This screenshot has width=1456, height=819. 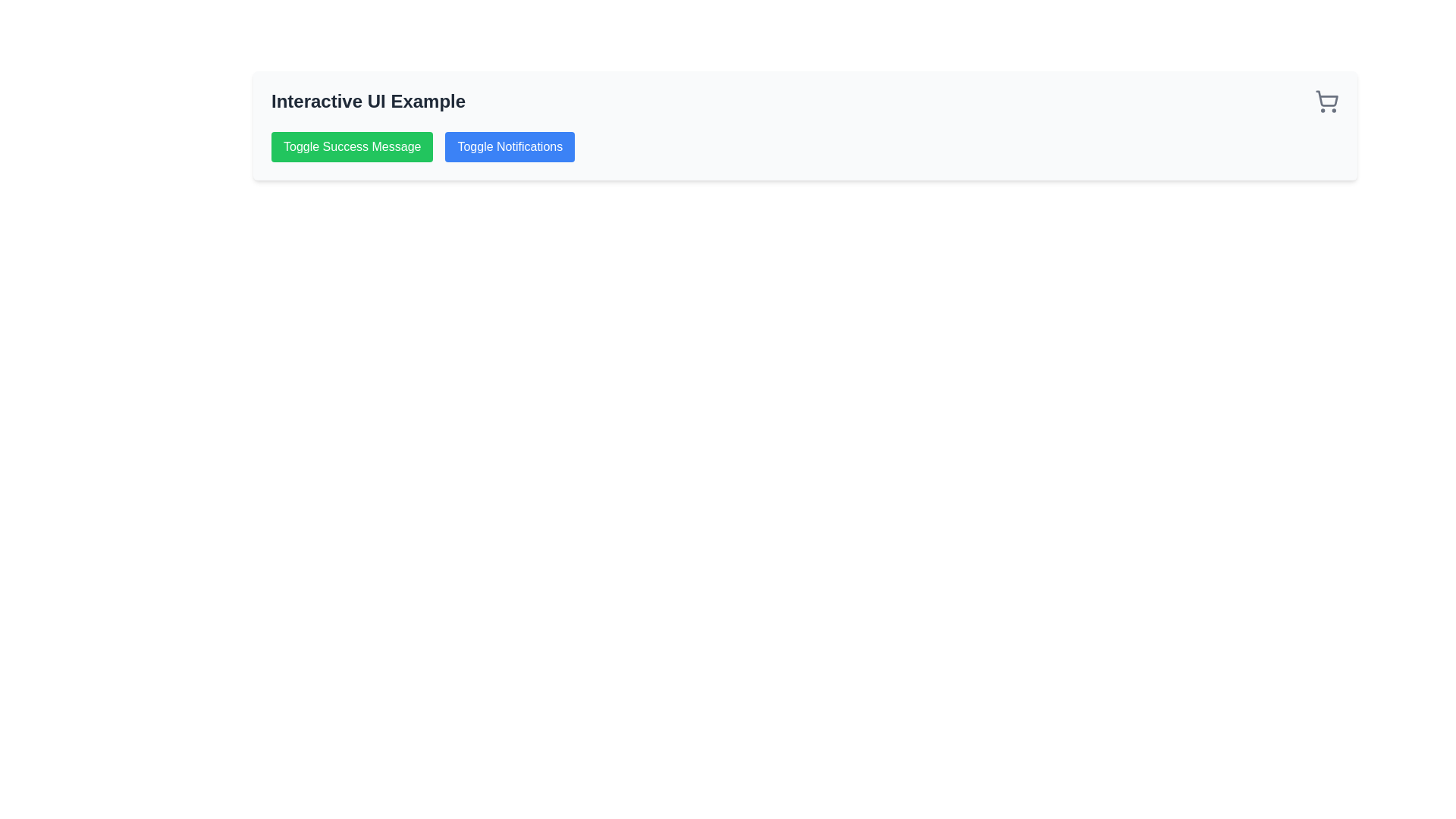 What do you see at coordinates (1326, 99) in the screenshot?
I see `the shopping cart icon located in the top-right corner of the interface, which is part of the larger shopping cart element with wheels` at bounding box center [1326, 99].